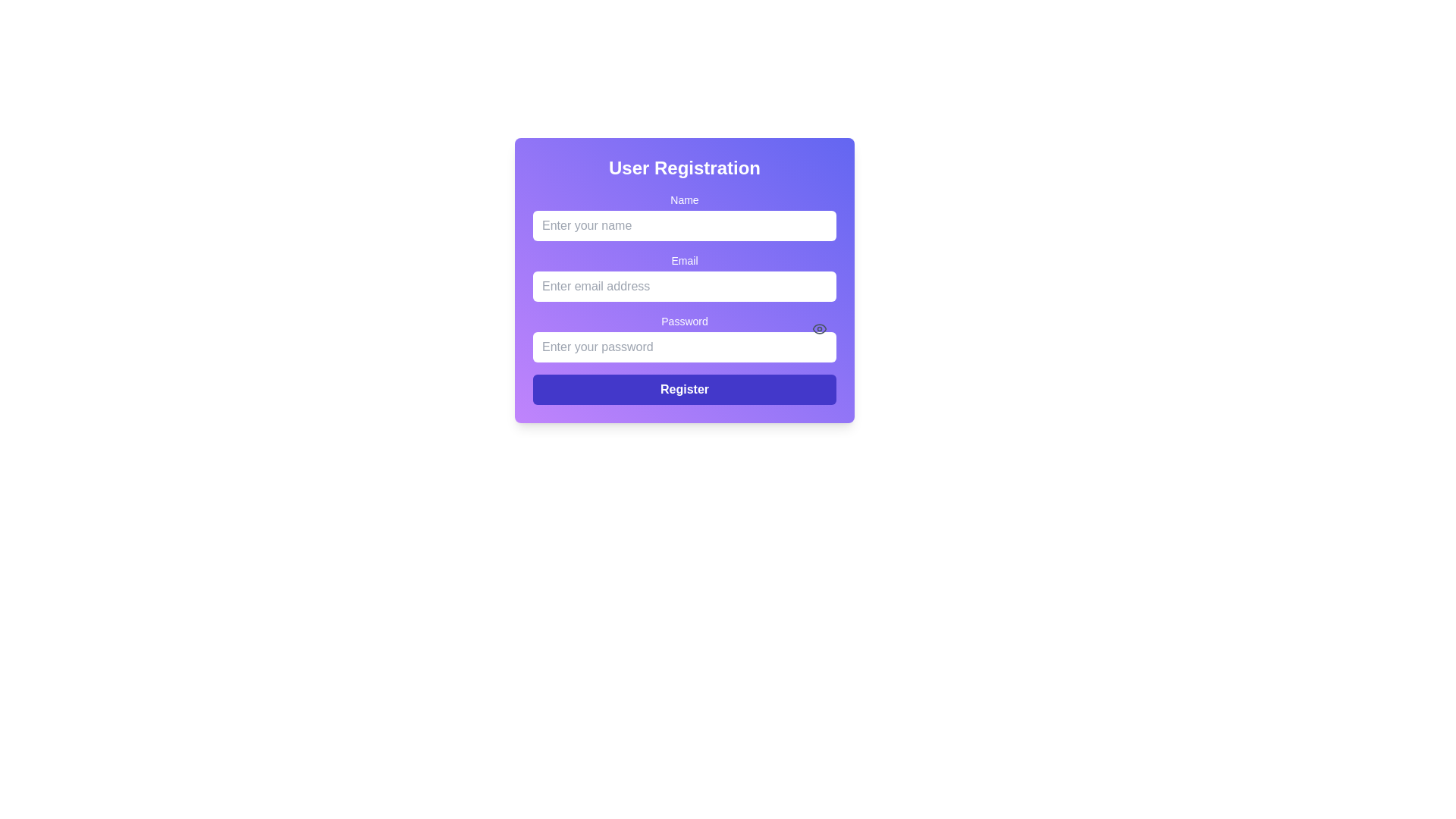  What do you see at coordinates (683, 259) in the screenshot?
I see `the text label that identifies the email input field located just above the email input in the form interface` at bounding box center [683, 259].